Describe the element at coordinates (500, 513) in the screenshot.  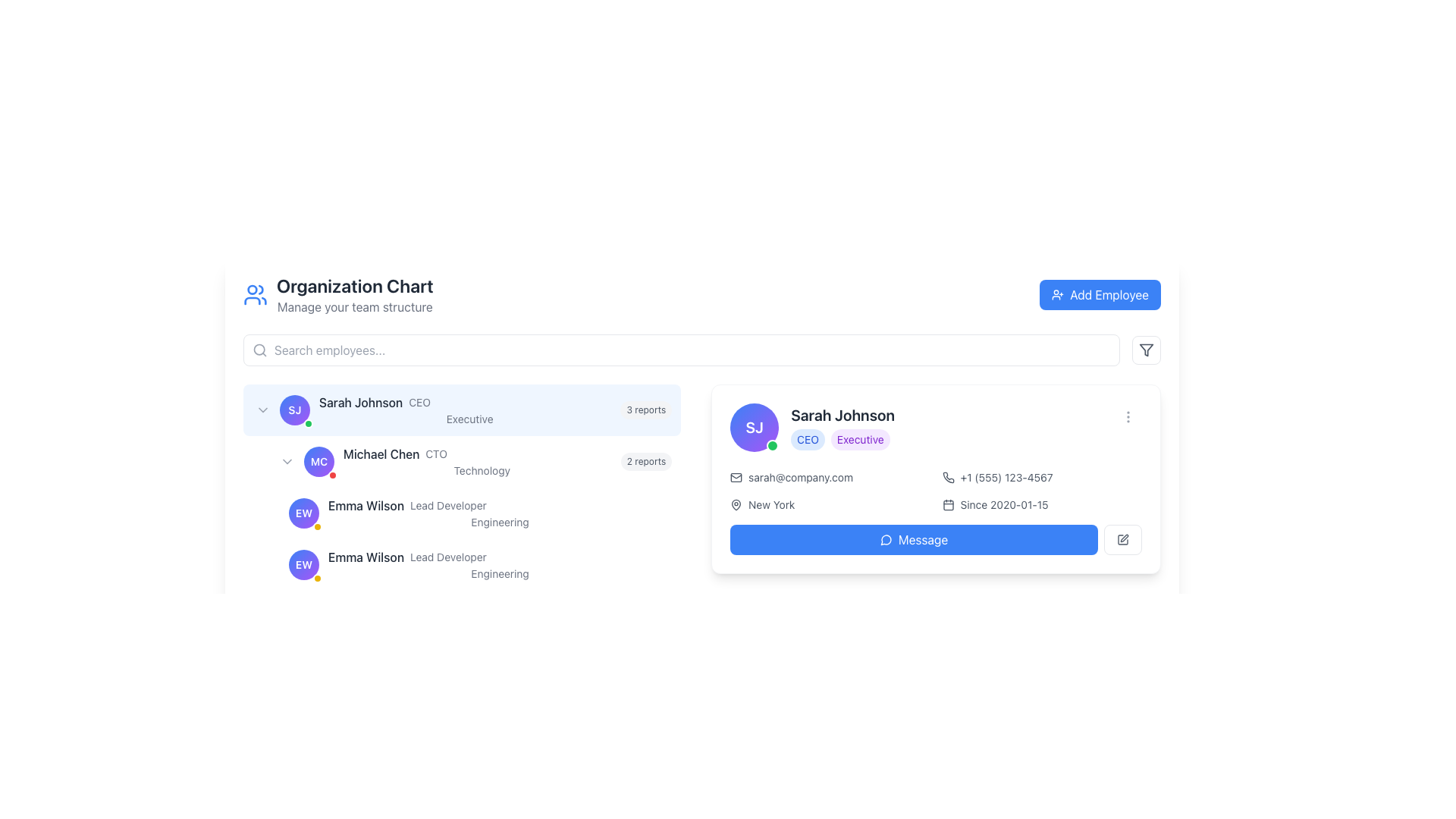
I see `the Text Display Component displaying 'Emma Wilson', which shows the name in bold followed by the role 'Lead Developer' and department 'Engineering'. This component is positioned in the left column of the interface, below 'Michael Chen'` at that location.